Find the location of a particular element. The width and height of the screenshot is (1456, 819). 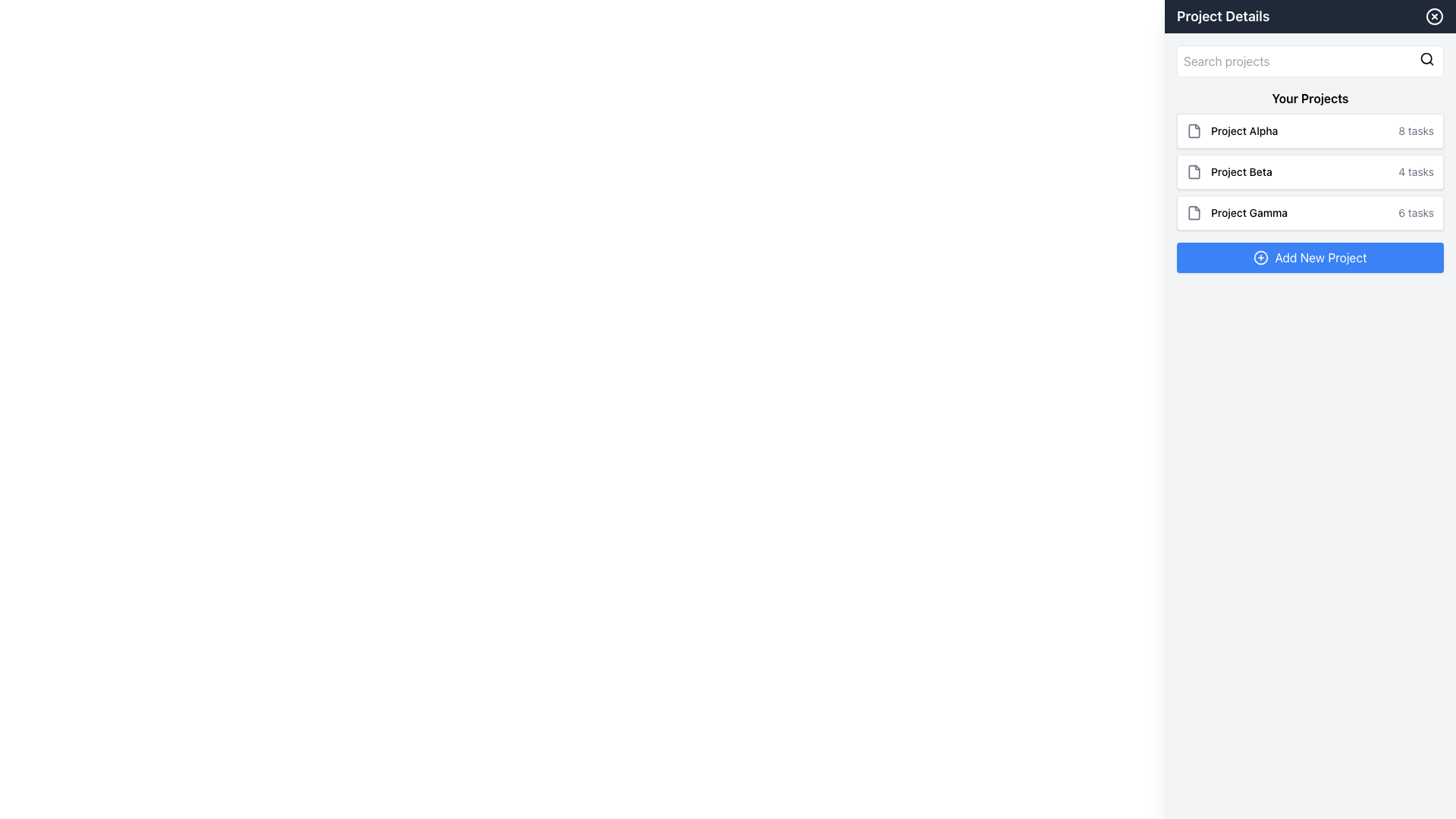

the text label at the top of the sidebar which serves as a header for the section beneath it is located at coordinates (1223, 17).